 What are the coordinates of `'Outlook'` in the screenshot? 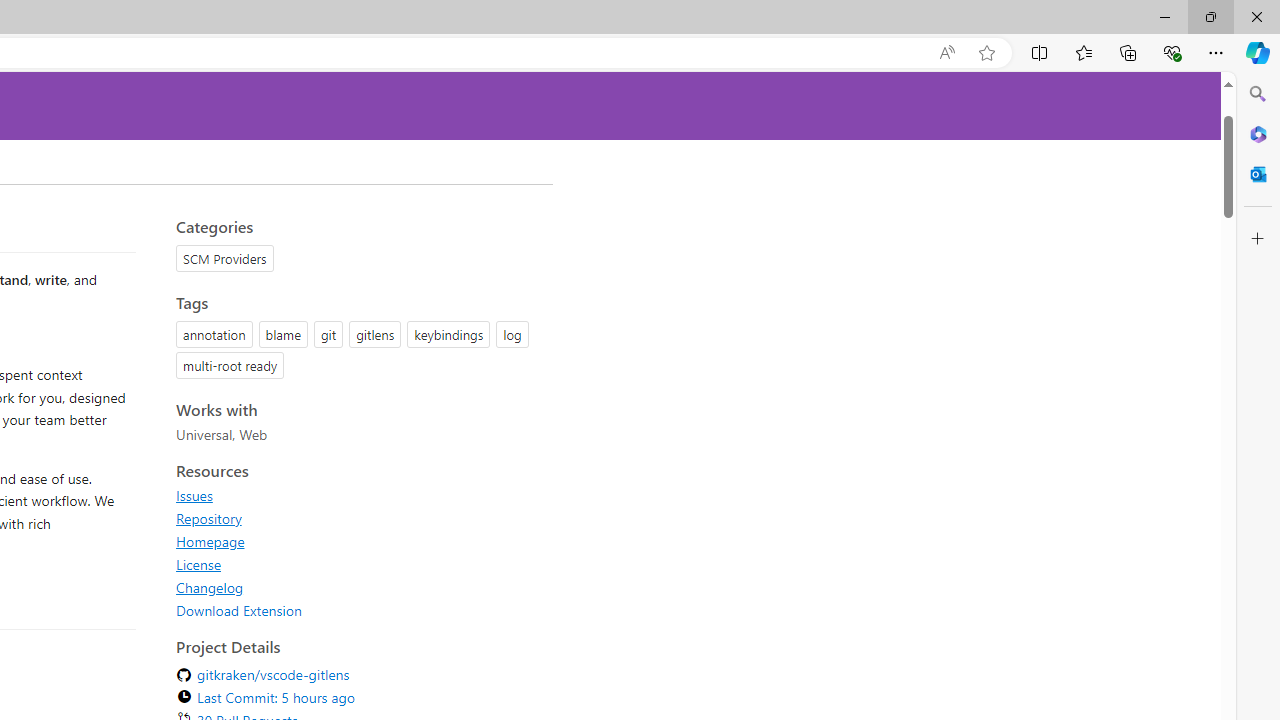 It's located at (1257, 173).